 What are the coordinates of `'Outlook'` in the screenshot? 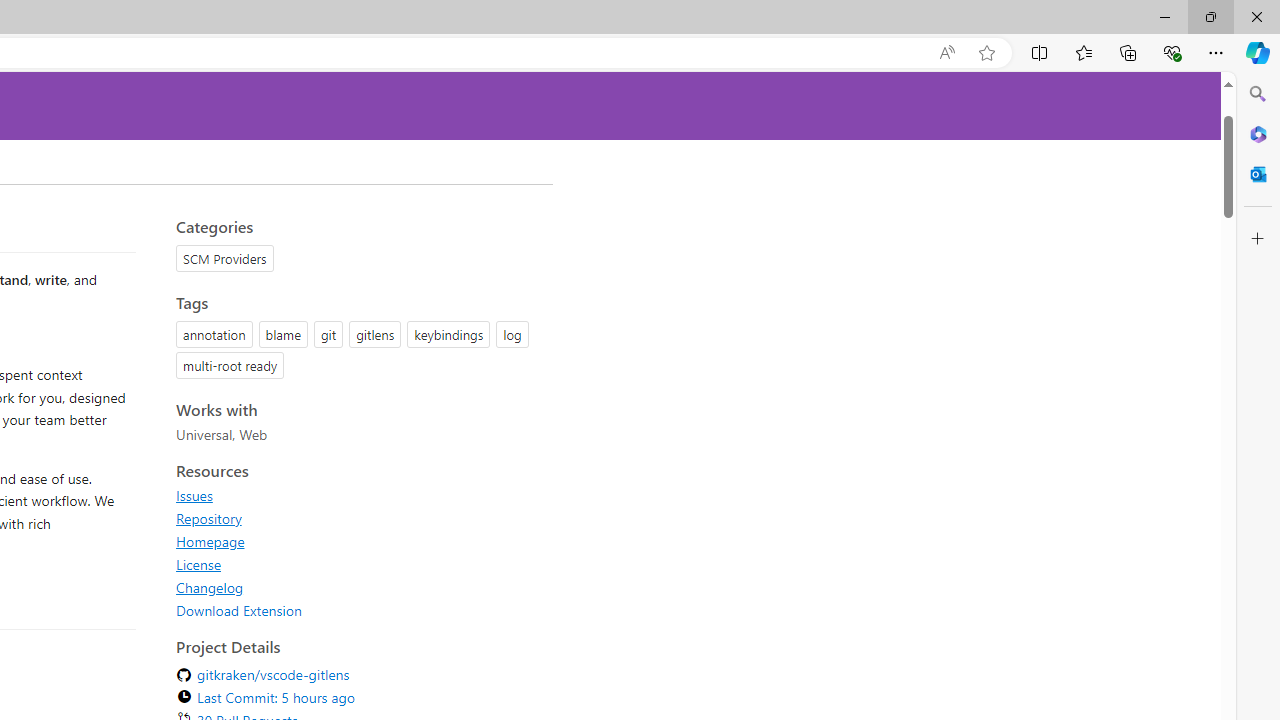 It's located at (1257, 173).